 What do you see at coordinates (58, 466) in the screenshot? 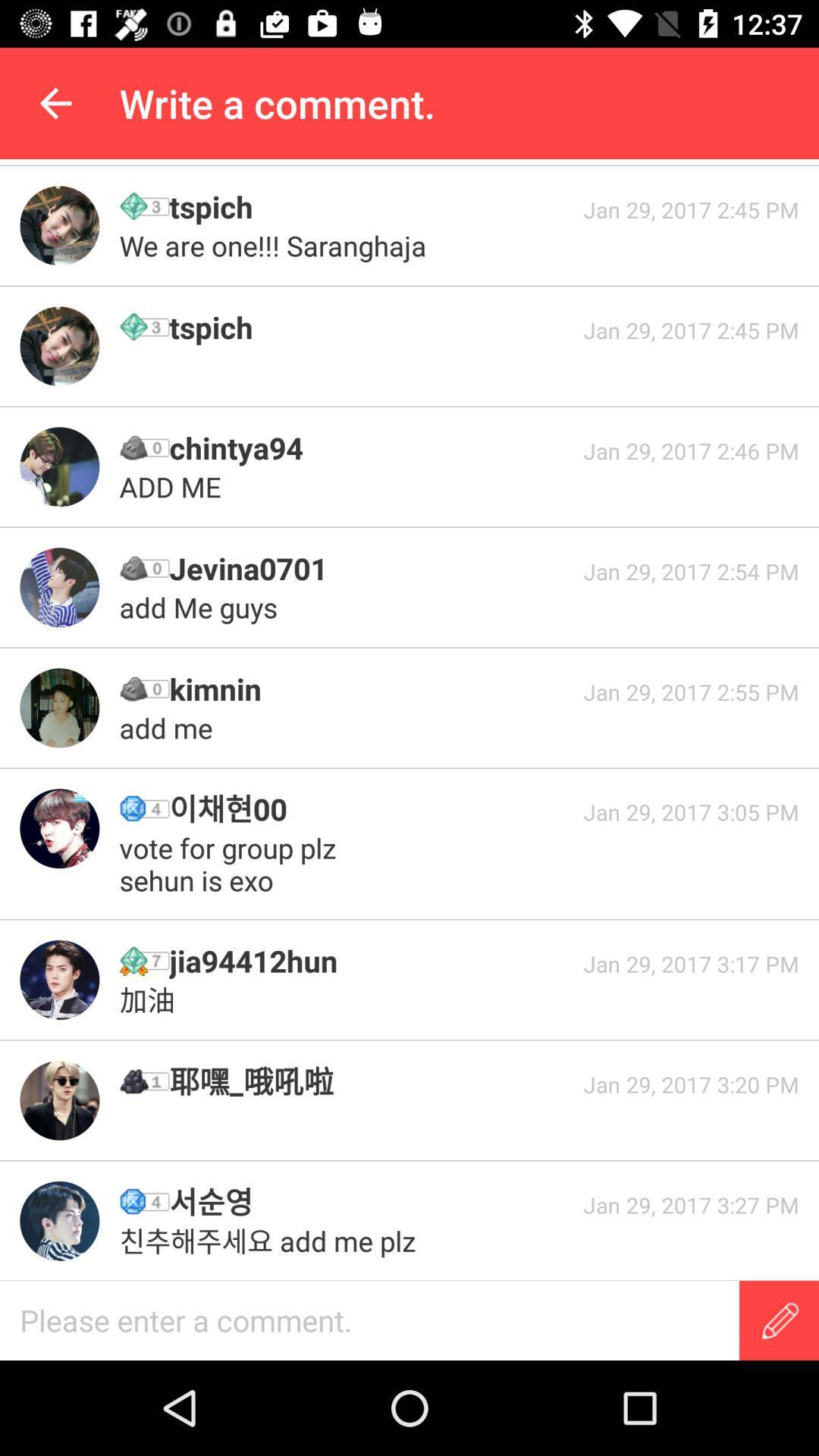
I see `open chintya94 profile picture` at bounding box center [58, 466].